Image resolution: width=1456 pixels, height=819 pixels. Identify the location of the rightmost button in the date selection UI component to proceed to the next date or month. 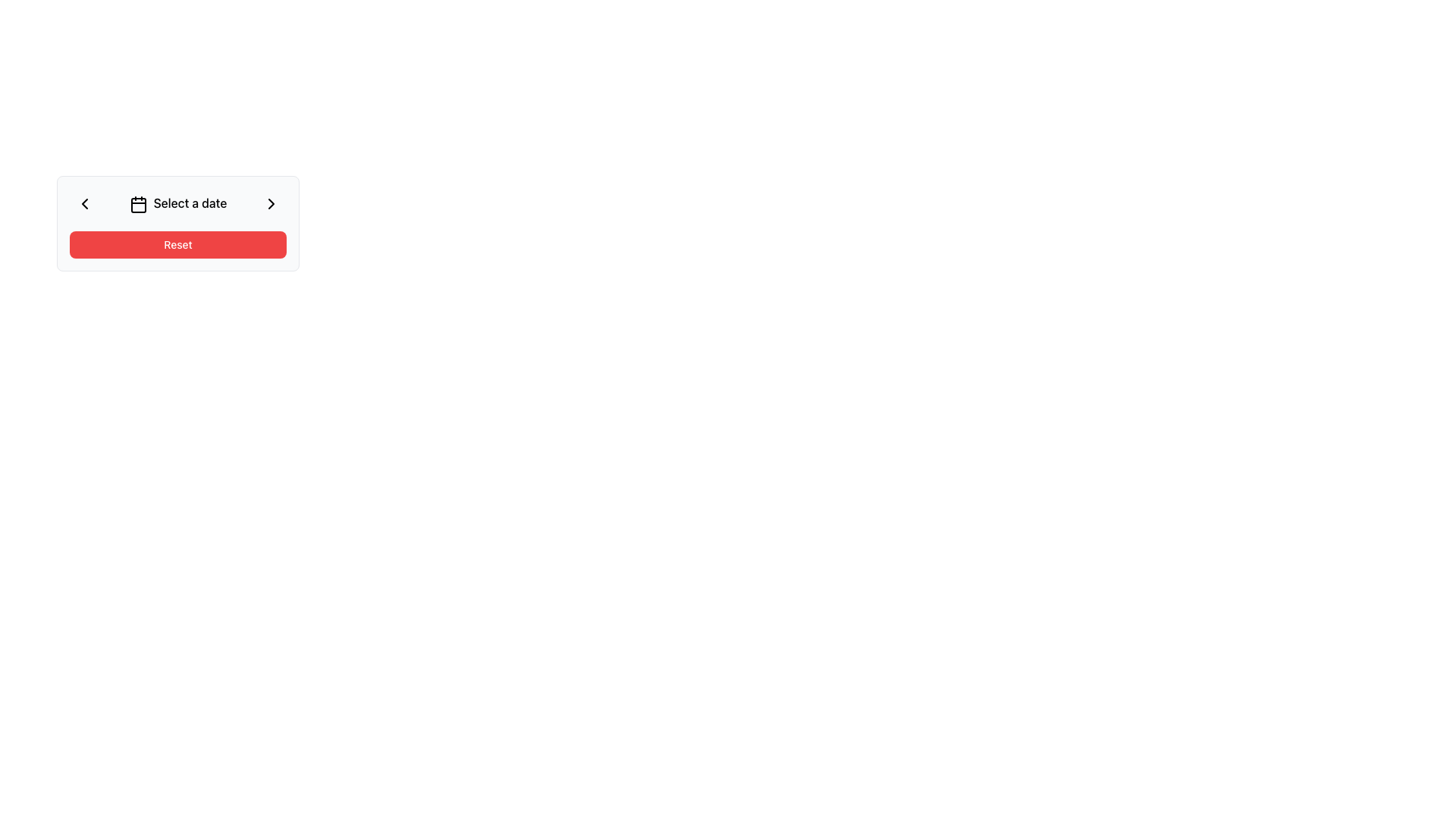
(271, 203).